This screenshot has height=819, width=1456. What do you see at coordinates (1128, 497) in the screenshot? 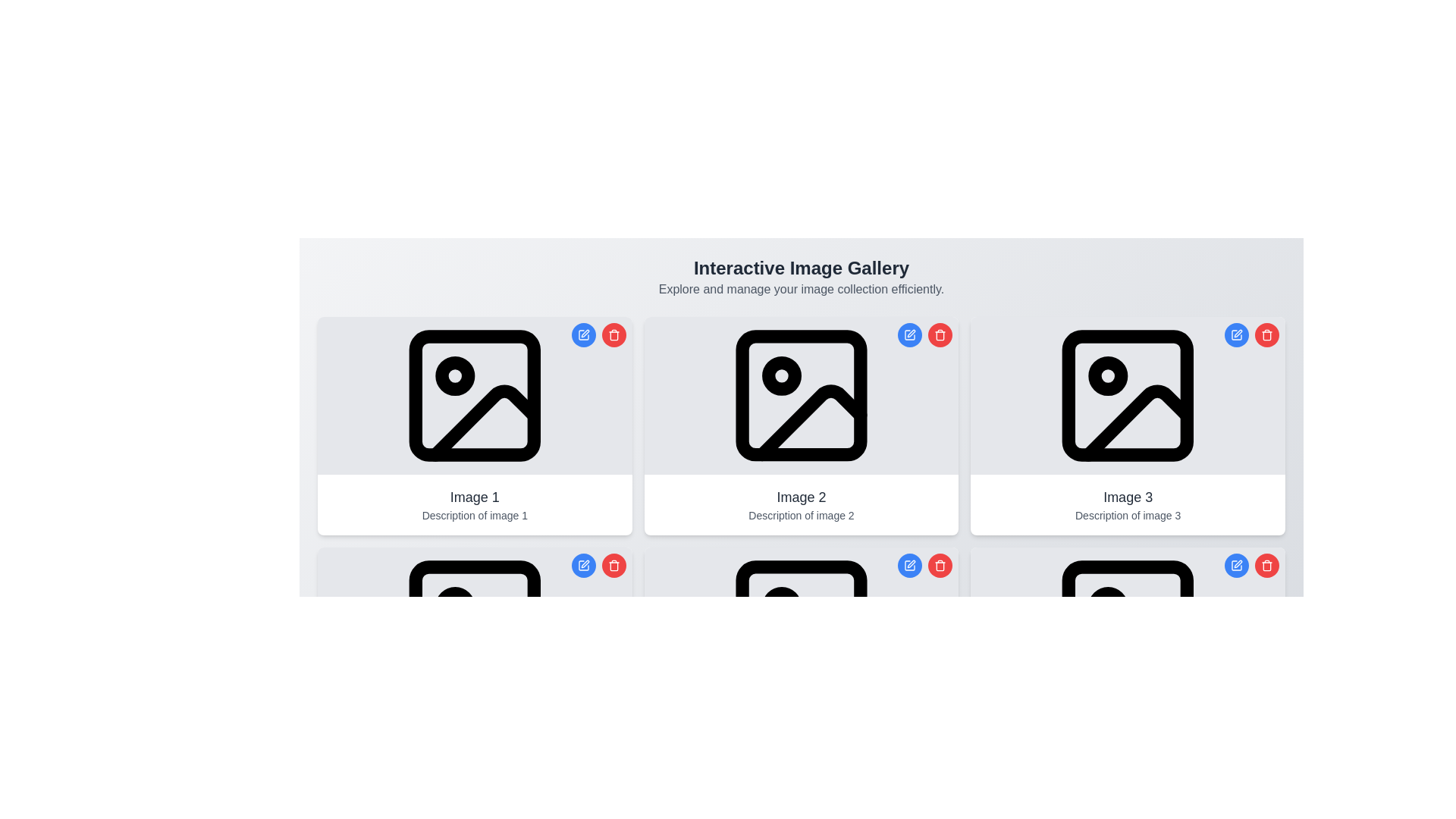
I see `the text label displaying 'Image 3', which is styled in a larger font with medium weight and a dark gray color, located above additional descriptive text in the lower section of its card` at bounding box center [1128, 497].